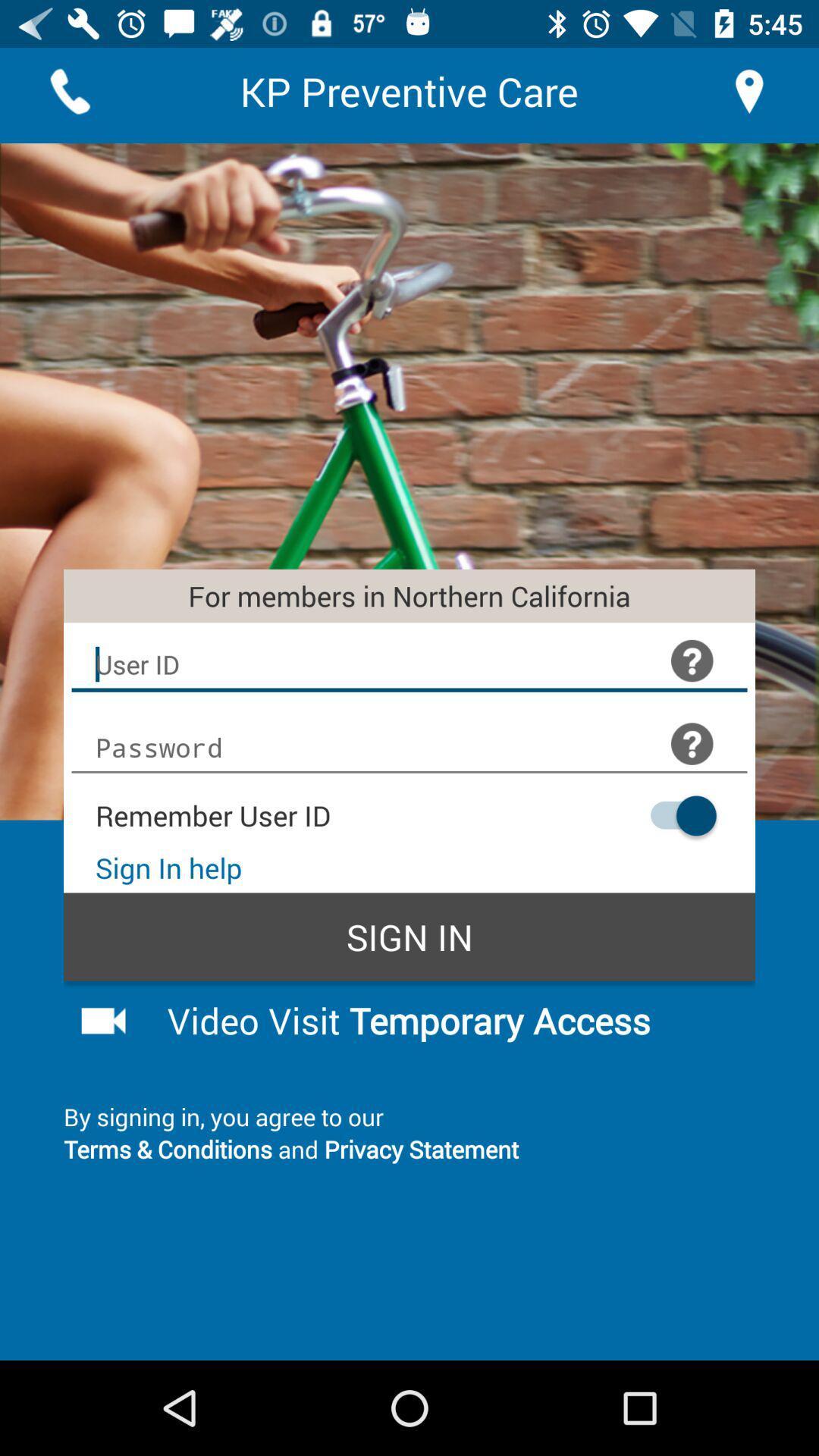  I want to click on the call icon, so click(69, 90).